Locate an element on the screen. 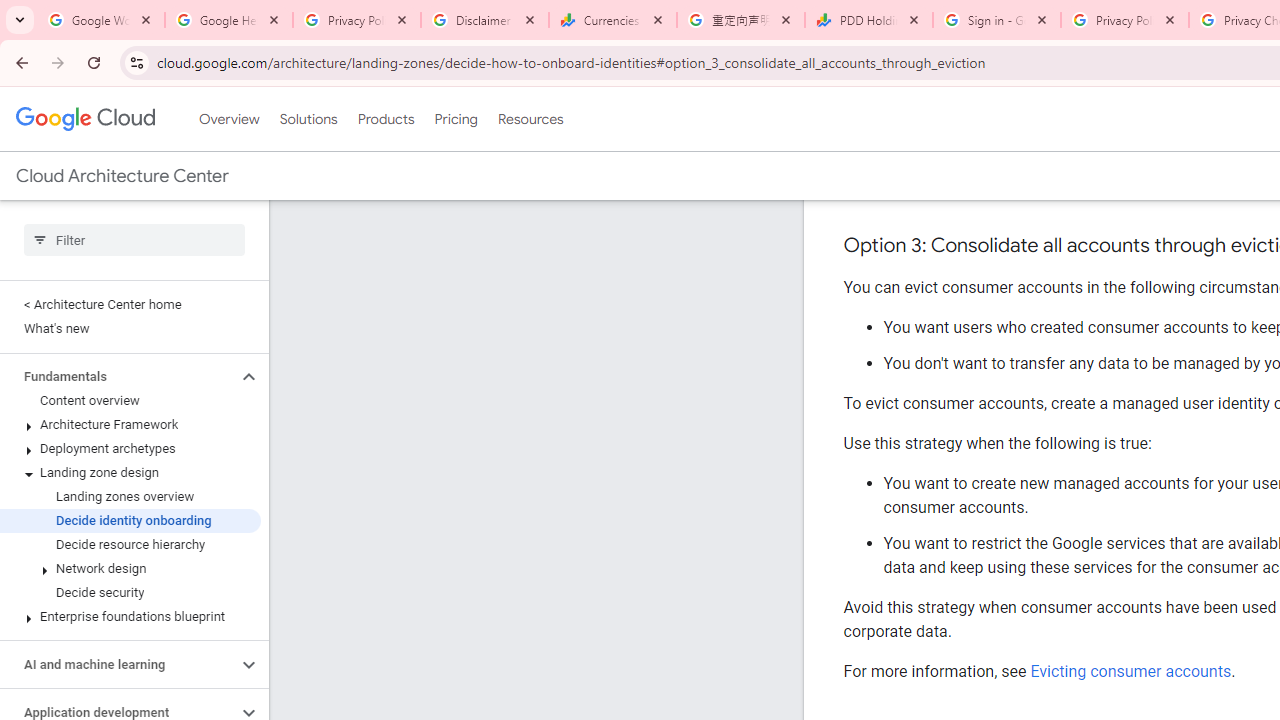 The width and height of the screenshot is (1280, 720). 'Decide identity onboarding' is located at coordinates (129, 519).